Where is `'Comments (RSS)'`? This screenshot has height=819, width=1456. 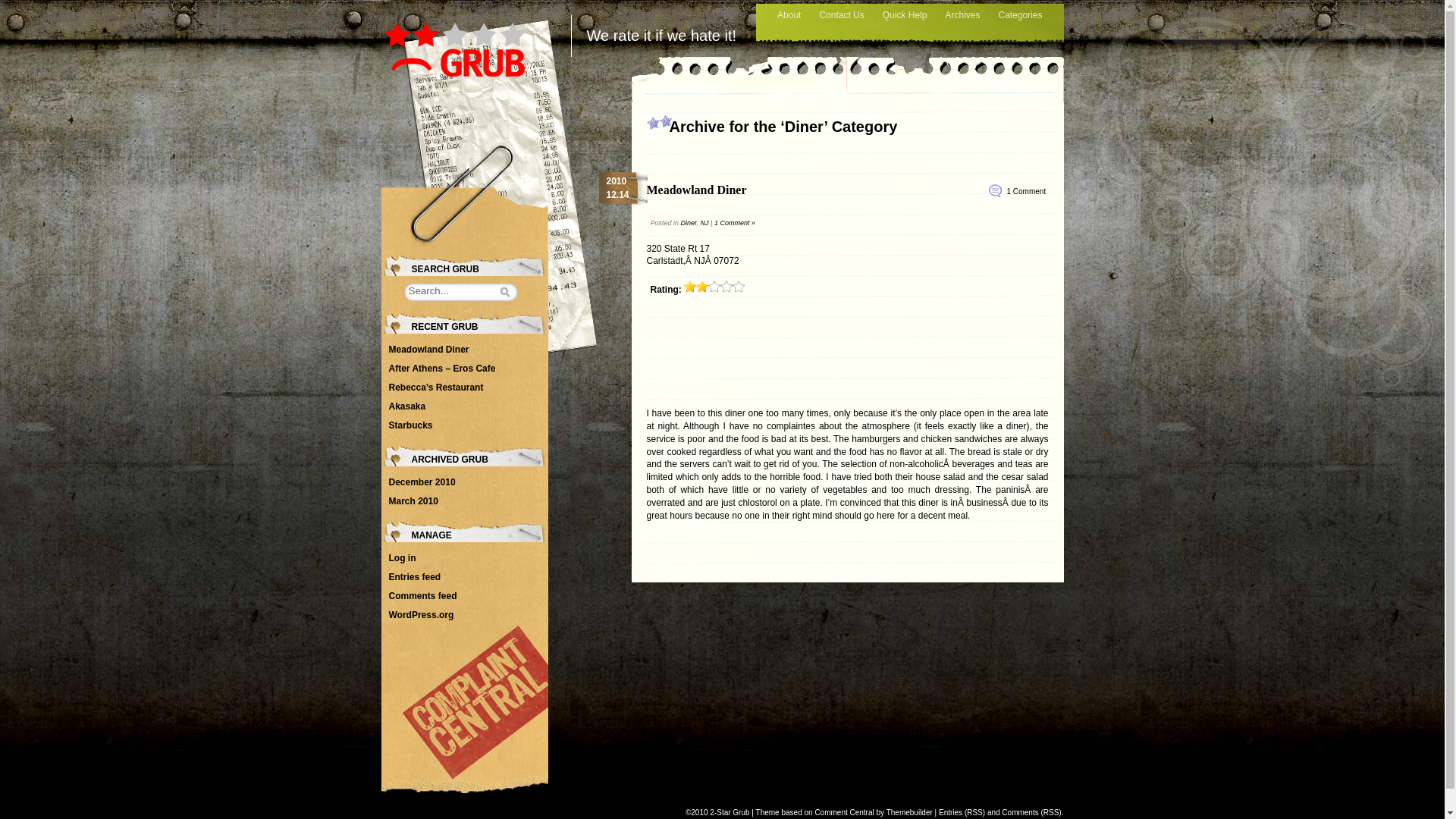 'Comments (RSS)' is located at coordinates (1031, 811).